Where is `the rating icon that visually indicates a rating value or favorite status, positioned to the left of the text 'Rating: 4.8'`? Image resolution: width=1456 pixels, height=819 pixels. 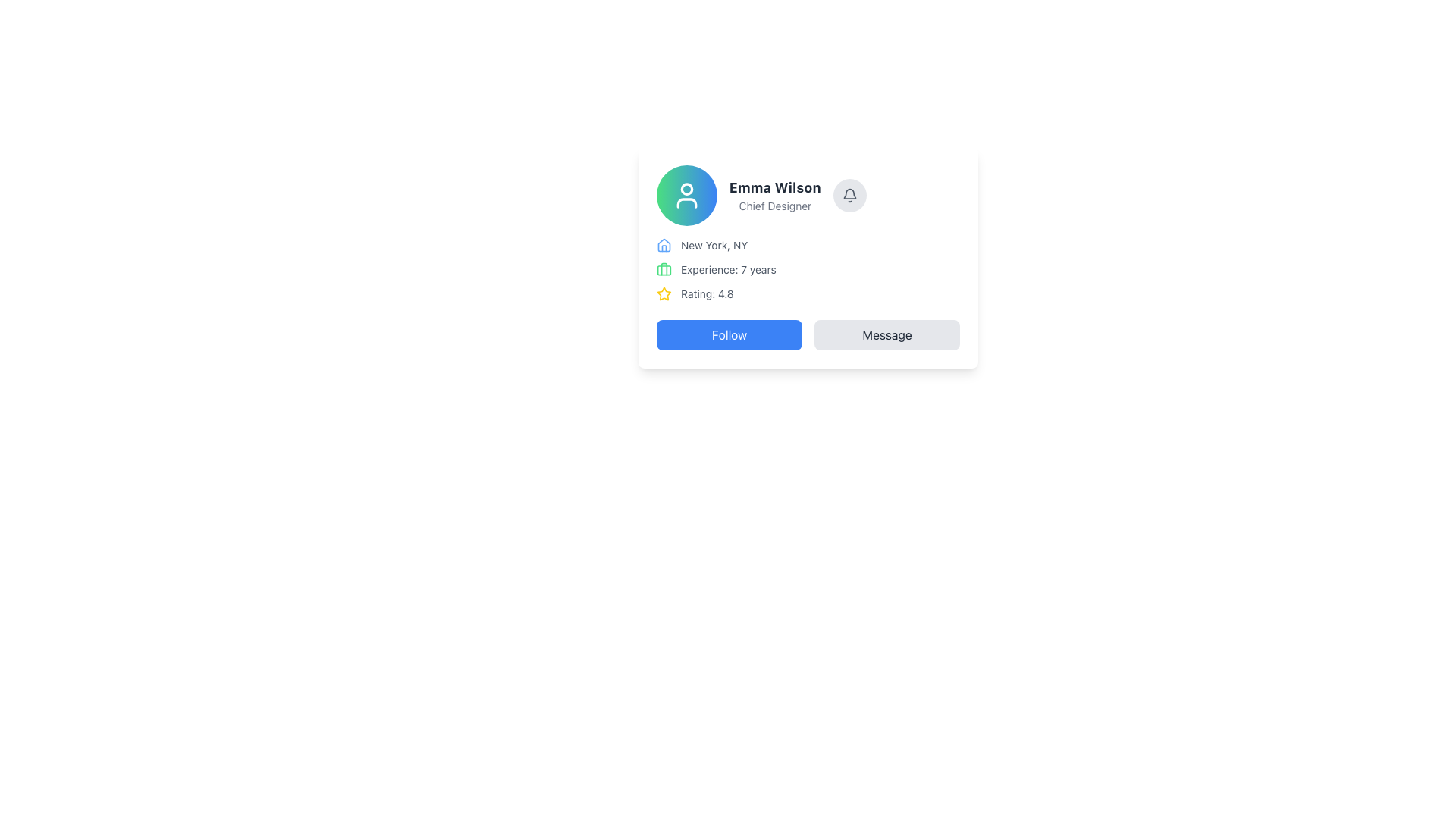 the rating icon that visually indicates a rating value or favorite status, positioned to the left of the text 'Rating: 4.8' is located at coordinates (664, 294).